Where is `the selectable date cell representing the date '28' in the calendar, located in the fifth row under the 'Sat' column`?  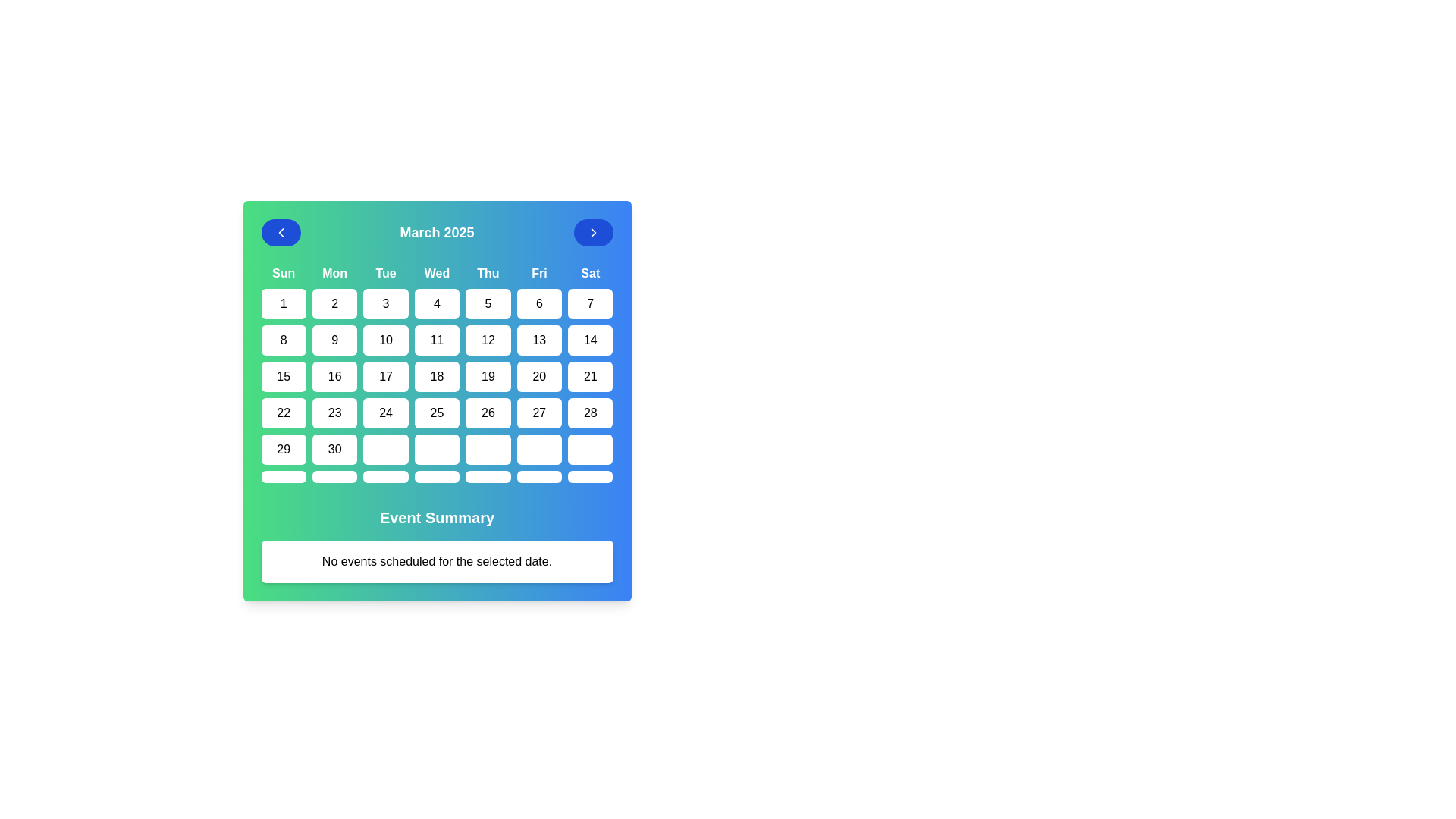 the selectable date cell representing the date '28' in the calendar, located in the fifth row under the 'Sat' column is located at coordinates (589, 413).